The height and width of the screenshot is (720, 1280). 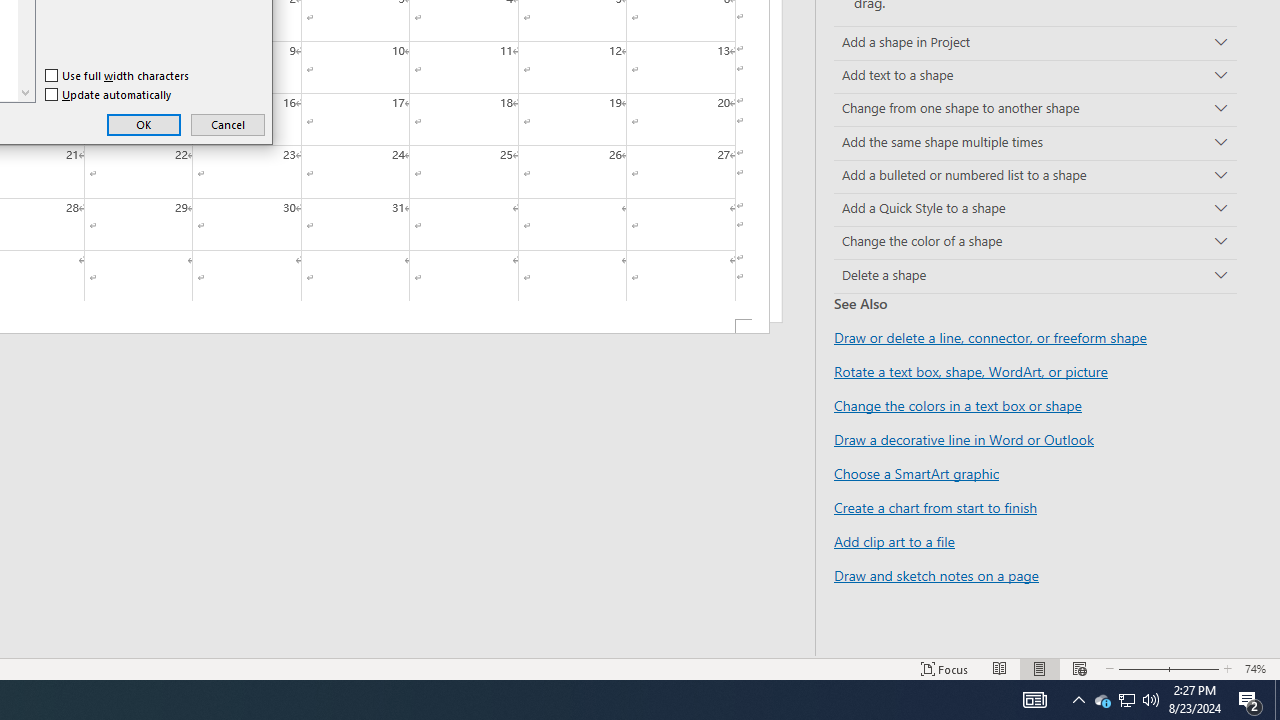 What do you see at coordinates (1035, 176) in the screenshot?
I see `'Add a bulleted or numbered list to a shape'` at bounding box center [1035, 176].